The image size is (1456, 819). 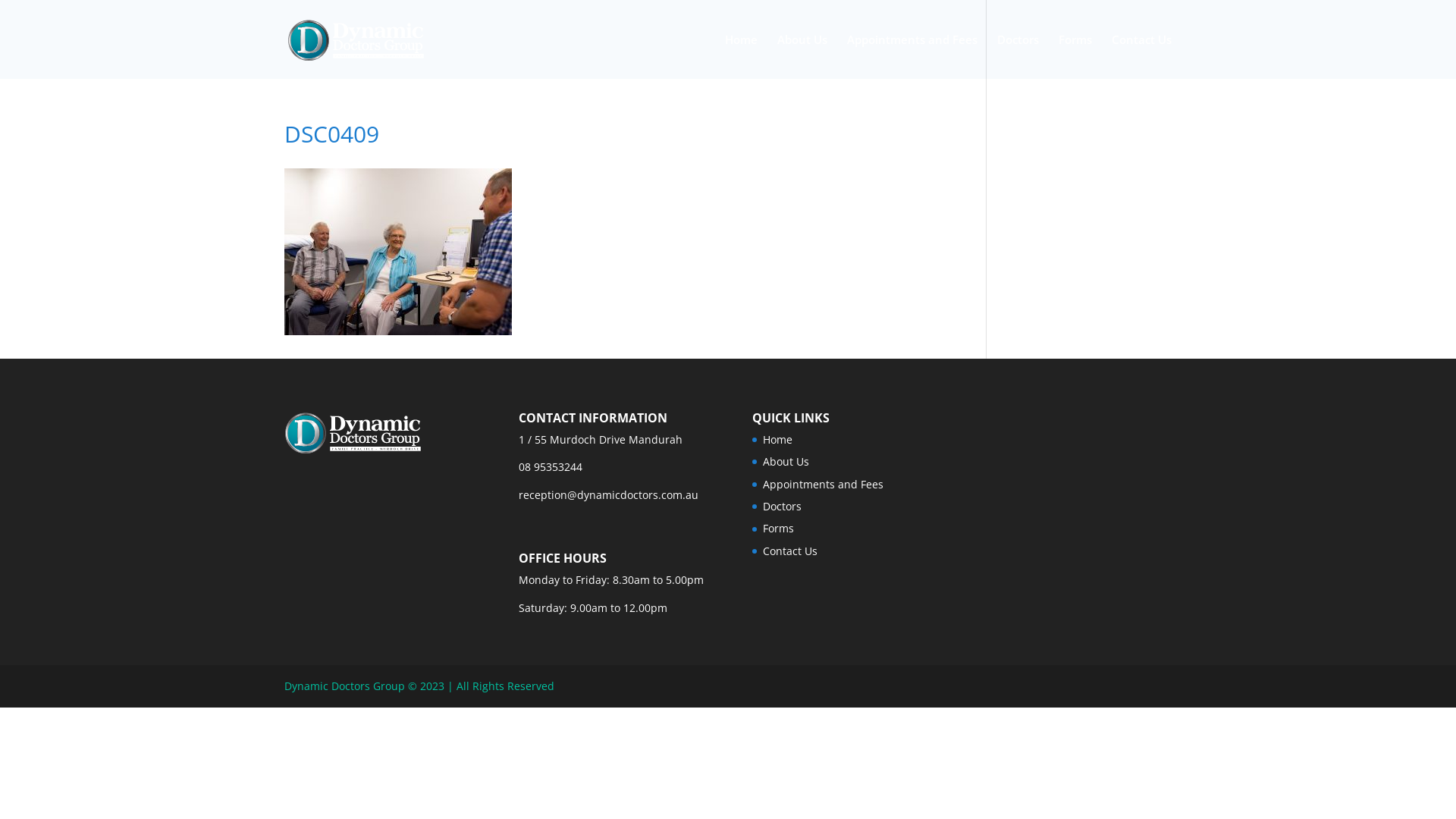 I want to click on 'Doctors', so click(x=782, y=506).